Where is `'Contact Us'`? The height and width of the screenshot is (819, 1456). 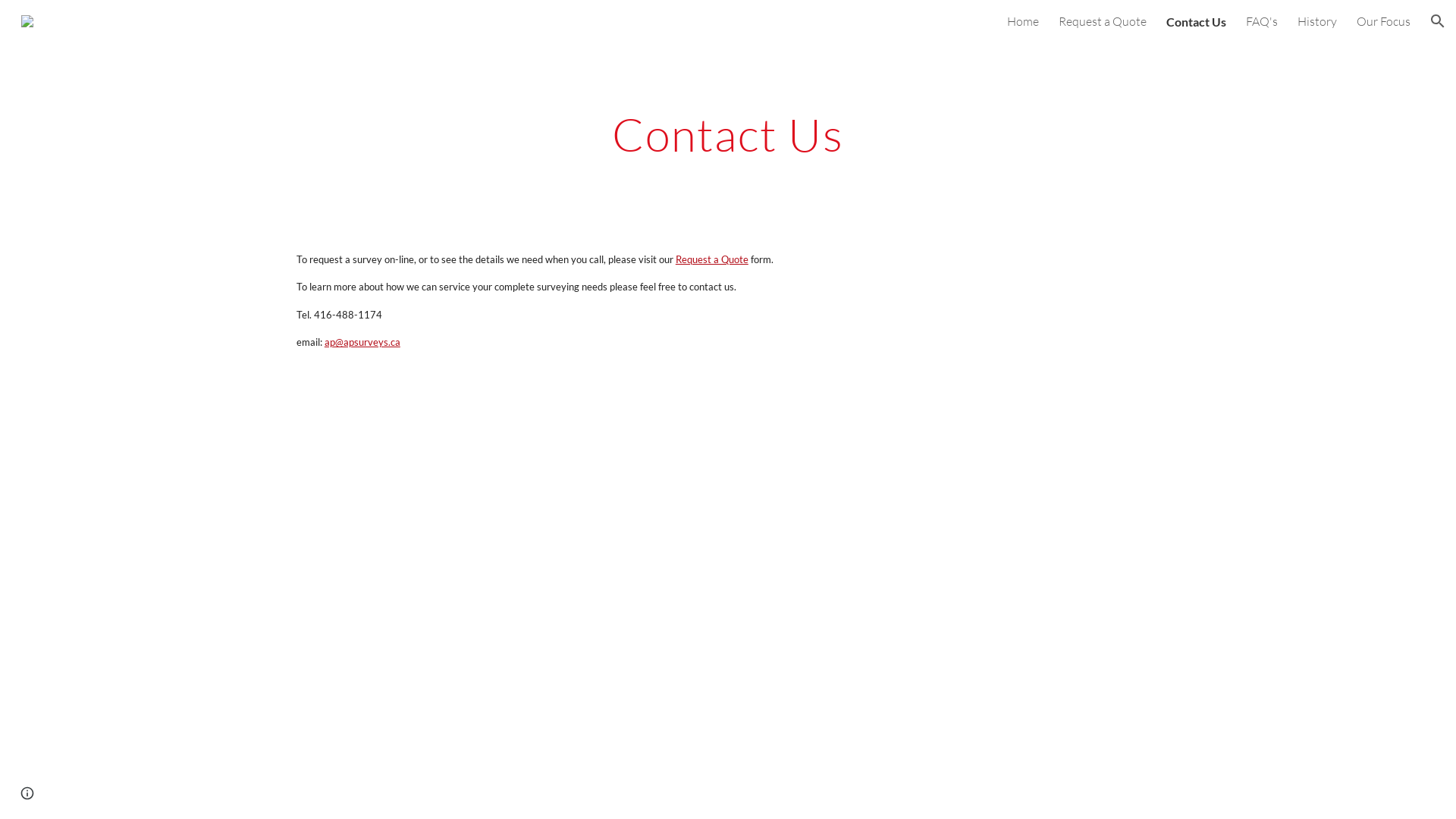 'Contact Us' is located at coordinates (1195, 20).